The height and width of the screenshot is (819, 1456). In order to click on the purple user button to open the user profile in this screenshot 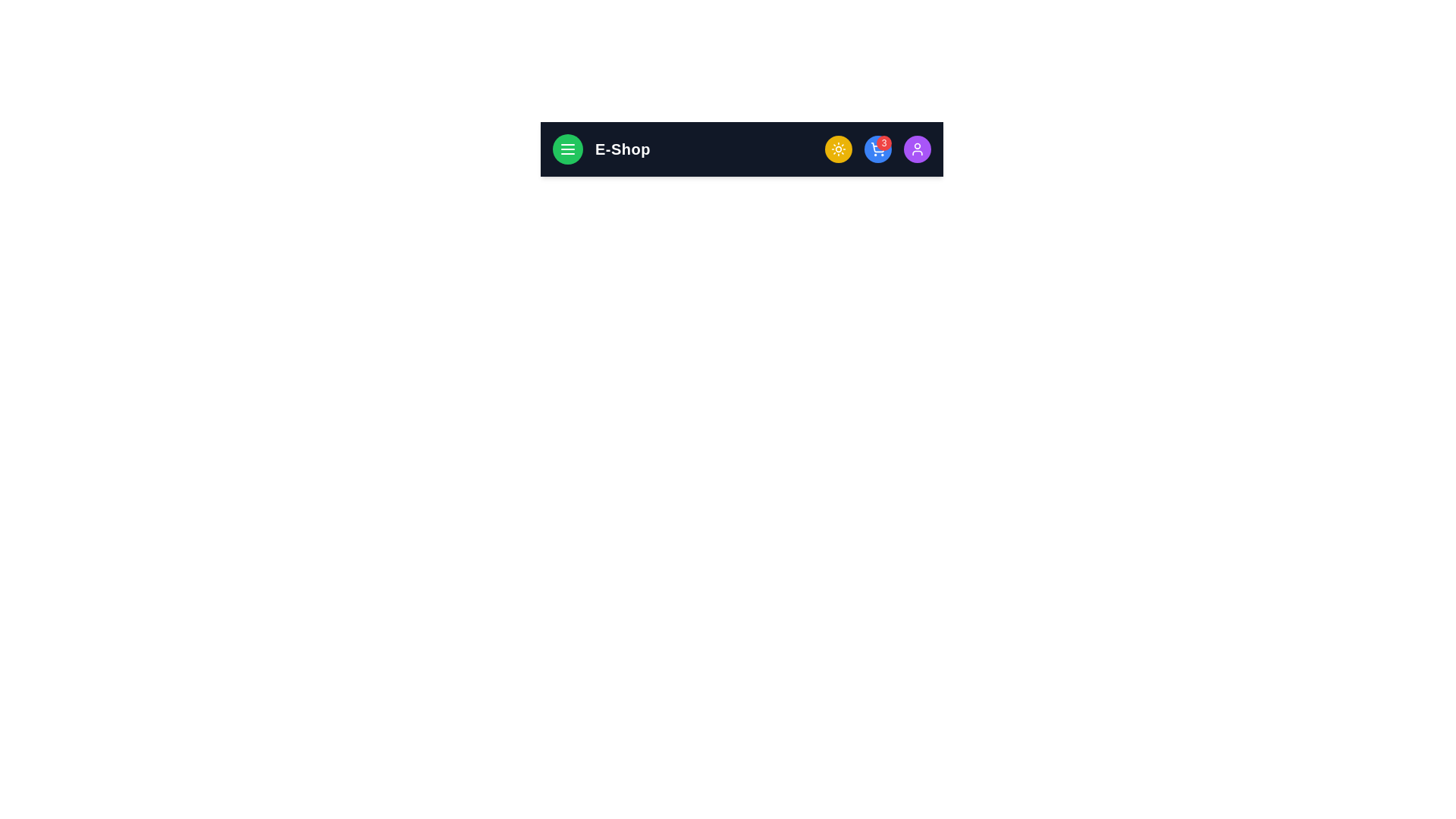, I will do `click(916, 149)`.